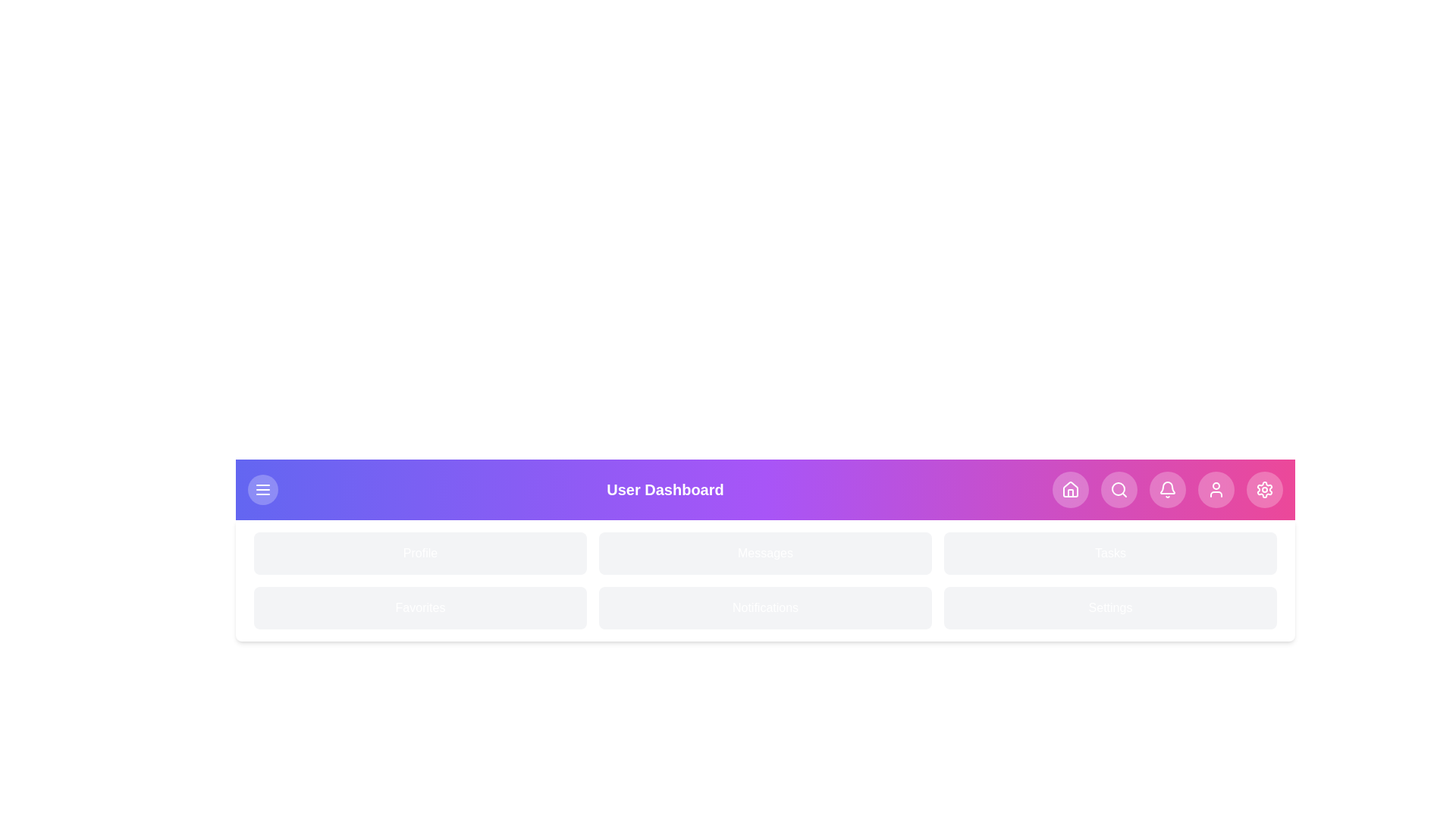  What do you see at coordinates (665, 489) in the screenshot?
I see `the 'User Dashboard' title text` at bounding box center [665, 489].